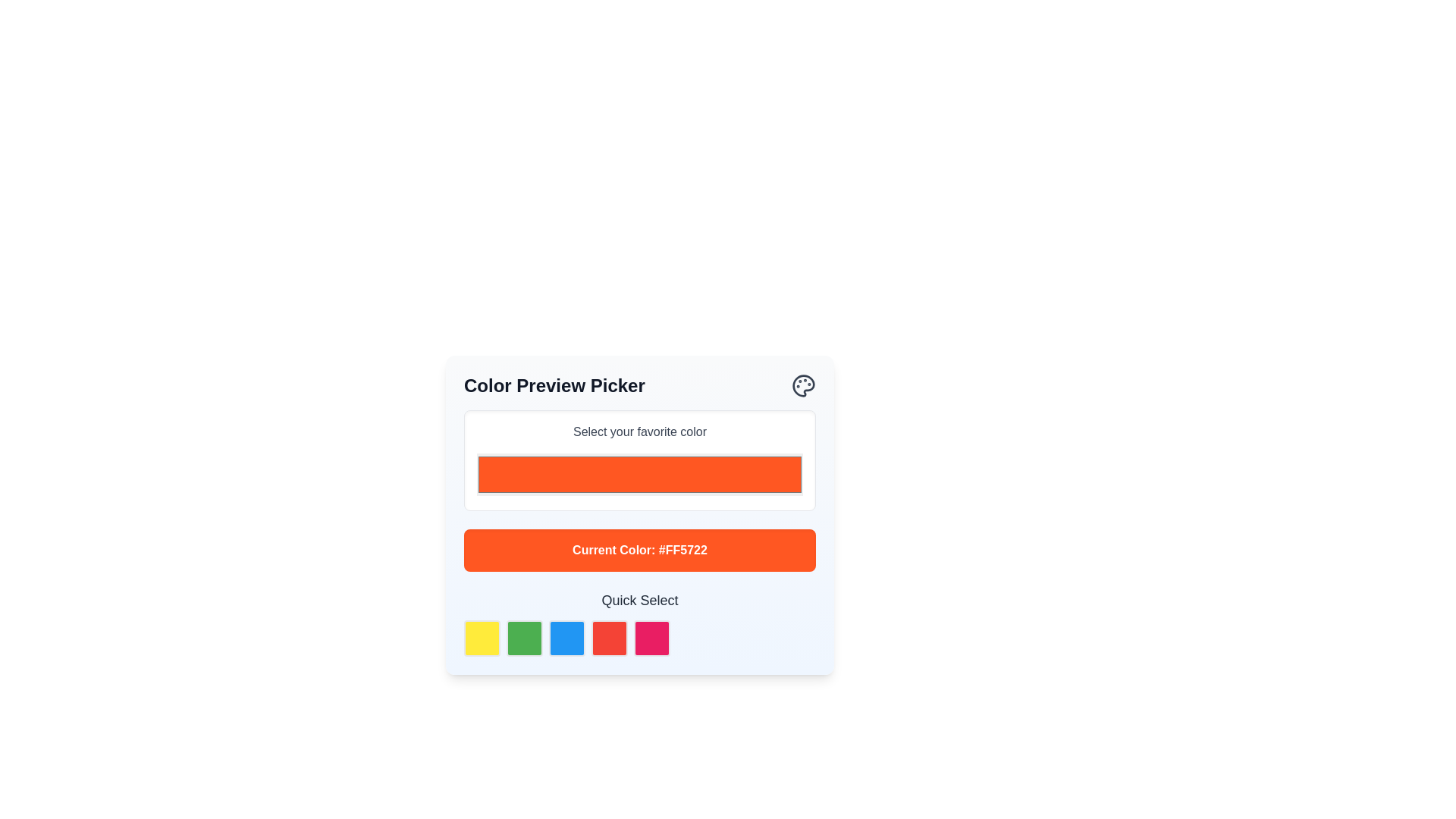  What do you see at coordinates (481, 638) in the screenshot?
I see `the yellow square-shaped button with rounded corners and a gray border located in the bottom-left corner of the 'Quick Select' row` at bounding box center [481, 638].